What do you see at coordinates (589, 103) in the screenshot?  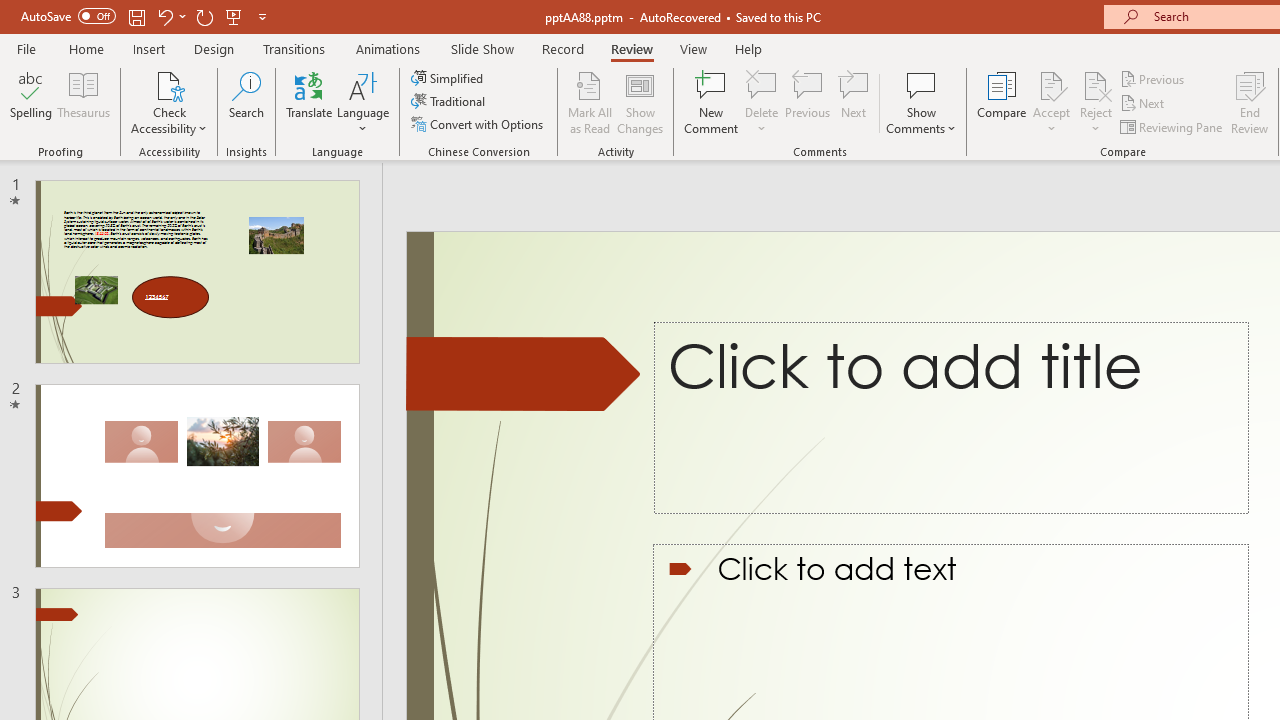 I see `'Mark All as Read'` at bounding box center [589, 103].